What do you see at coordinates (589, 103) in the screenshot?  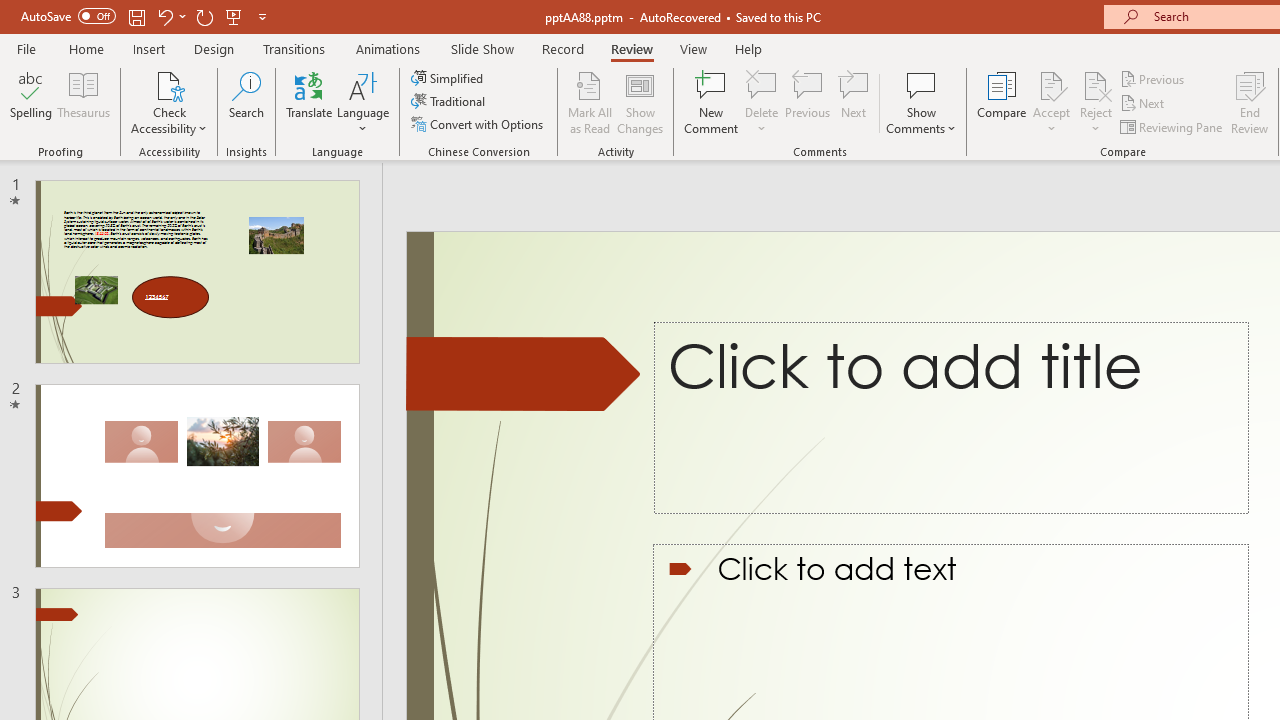 I see `'Mark All as Read'` at bounding box center [589, 103].